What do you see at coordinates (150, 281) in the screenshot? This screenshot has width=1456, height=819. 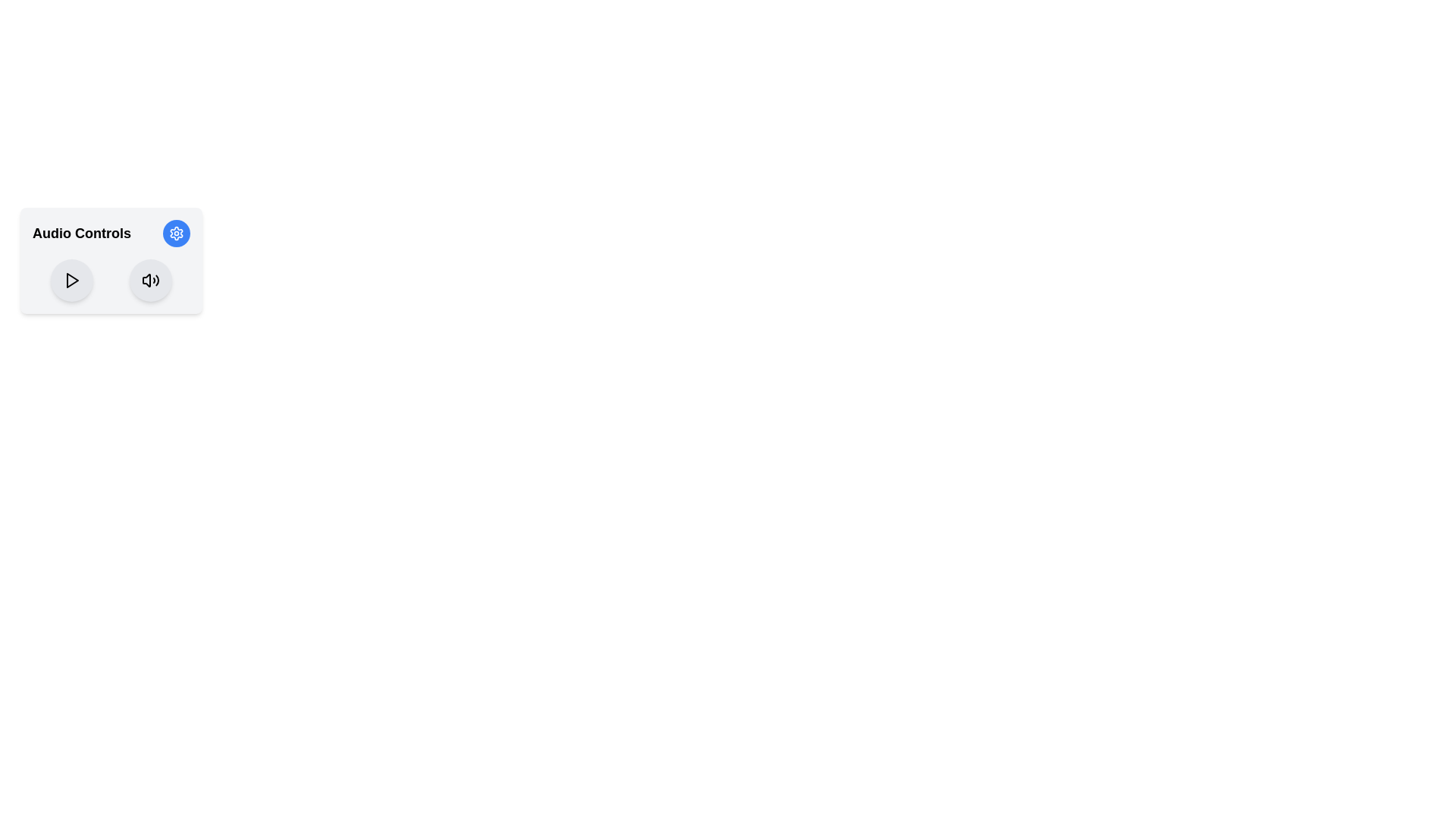 I see `the rightmost circular button in the 'Audio Controls' component, which features an icon indicating sound or volume control, to potentially display additional information` at bounding box center [150, 281].